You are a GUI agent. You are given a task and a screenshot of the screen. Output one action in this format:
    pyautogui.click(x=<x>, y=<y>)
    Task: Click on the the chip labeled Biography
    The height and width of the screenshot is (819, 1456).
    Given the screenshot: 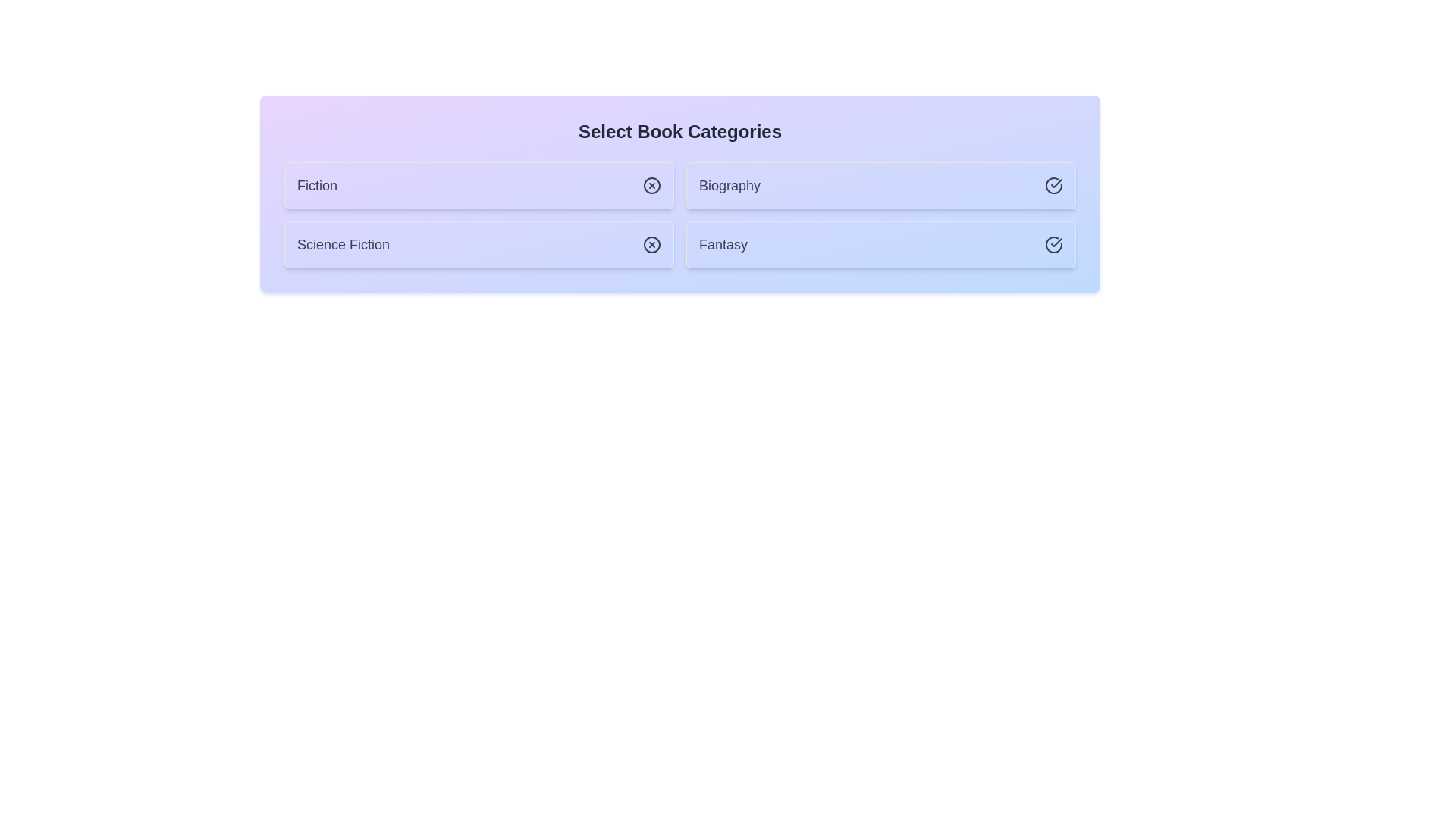 What is the action you would take?
    pyautogui.click(x=880, y=185)
    